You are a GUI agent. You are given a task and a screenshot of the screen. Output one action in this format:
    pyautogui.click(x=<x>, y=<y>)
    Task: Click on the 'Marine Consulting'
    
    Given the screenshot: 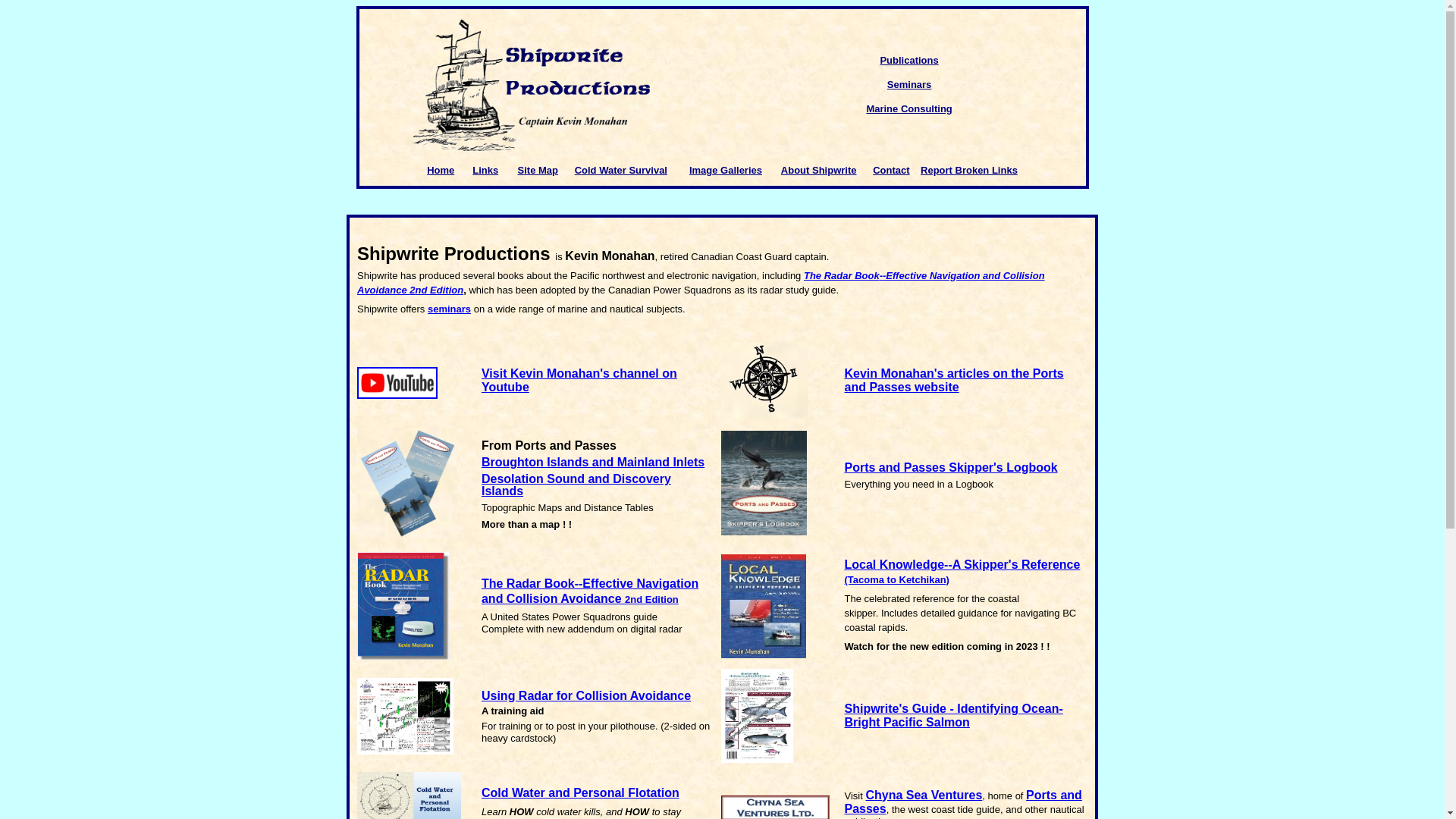 What is the action you would take?
    pyautogui.click(x=908, y=108)
    